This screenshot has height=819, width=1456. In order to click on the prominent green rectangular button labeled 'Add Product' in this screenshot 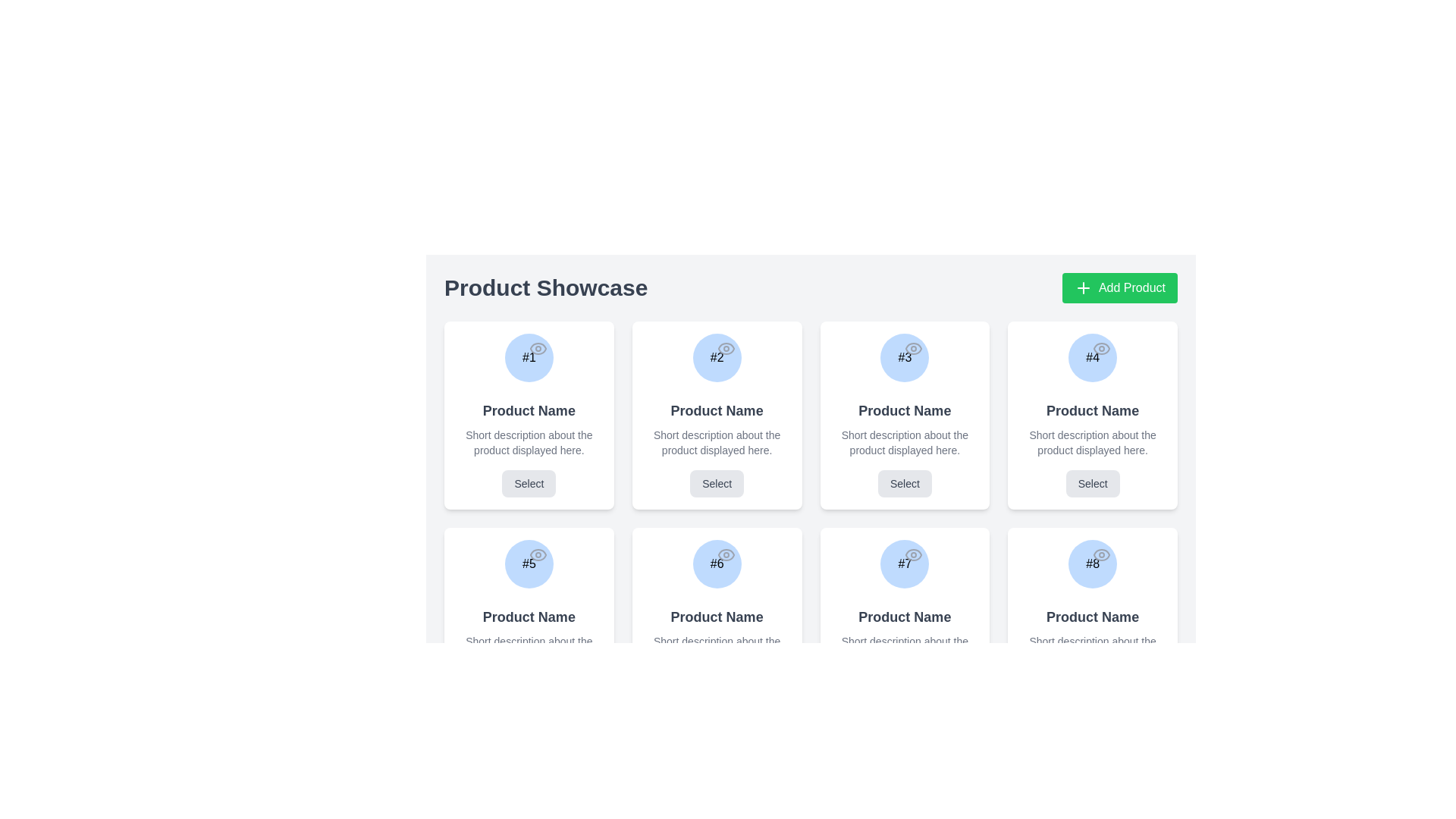, I will do `click(1120, 288)`.